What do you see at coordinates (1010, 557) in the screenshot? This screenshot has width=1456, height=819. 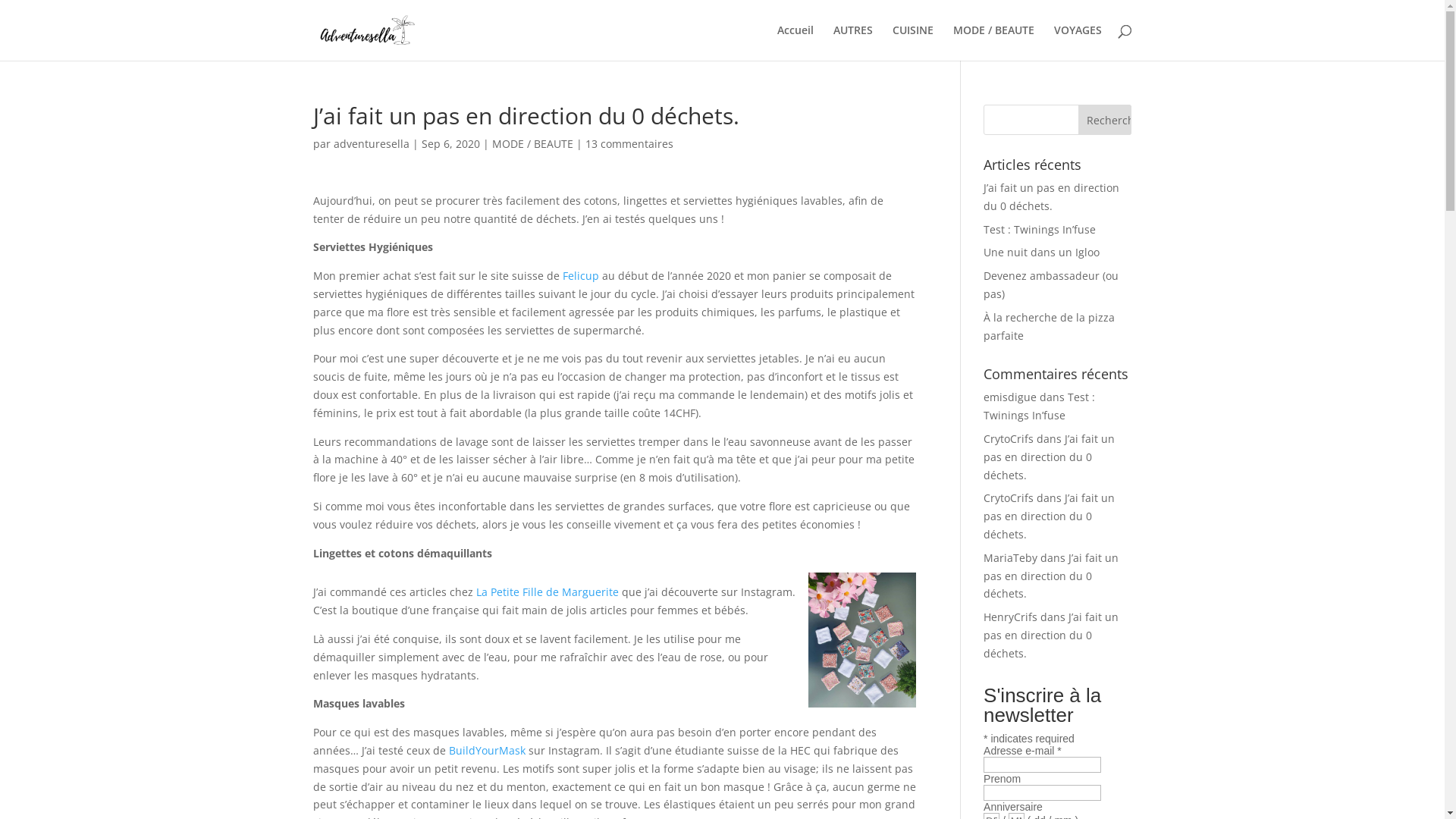 I see `'MariaTeby'` at bounding box center [1010, 557].